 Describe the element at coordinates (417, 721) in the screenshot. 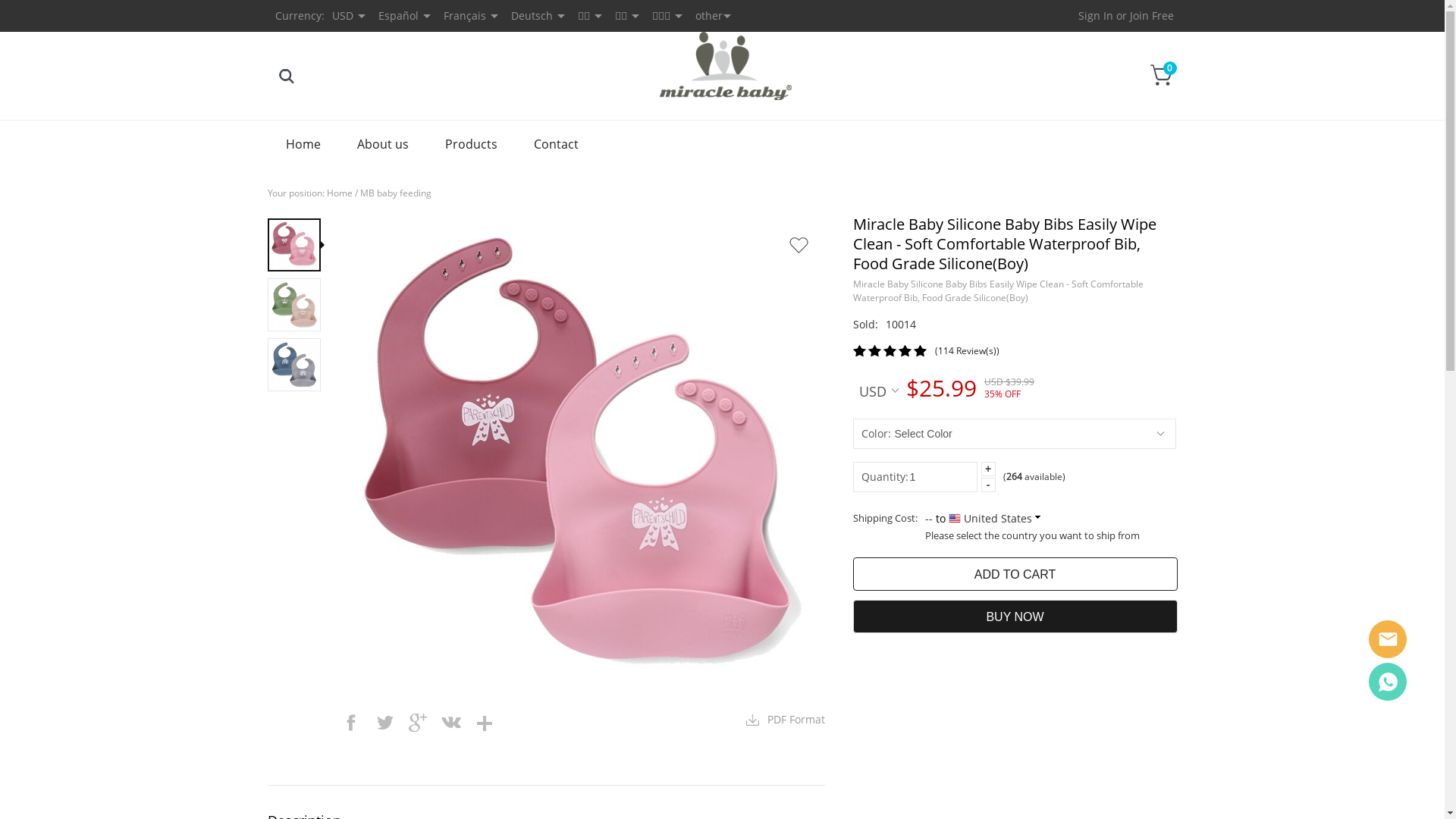

I see `'googleplus'` at that location.